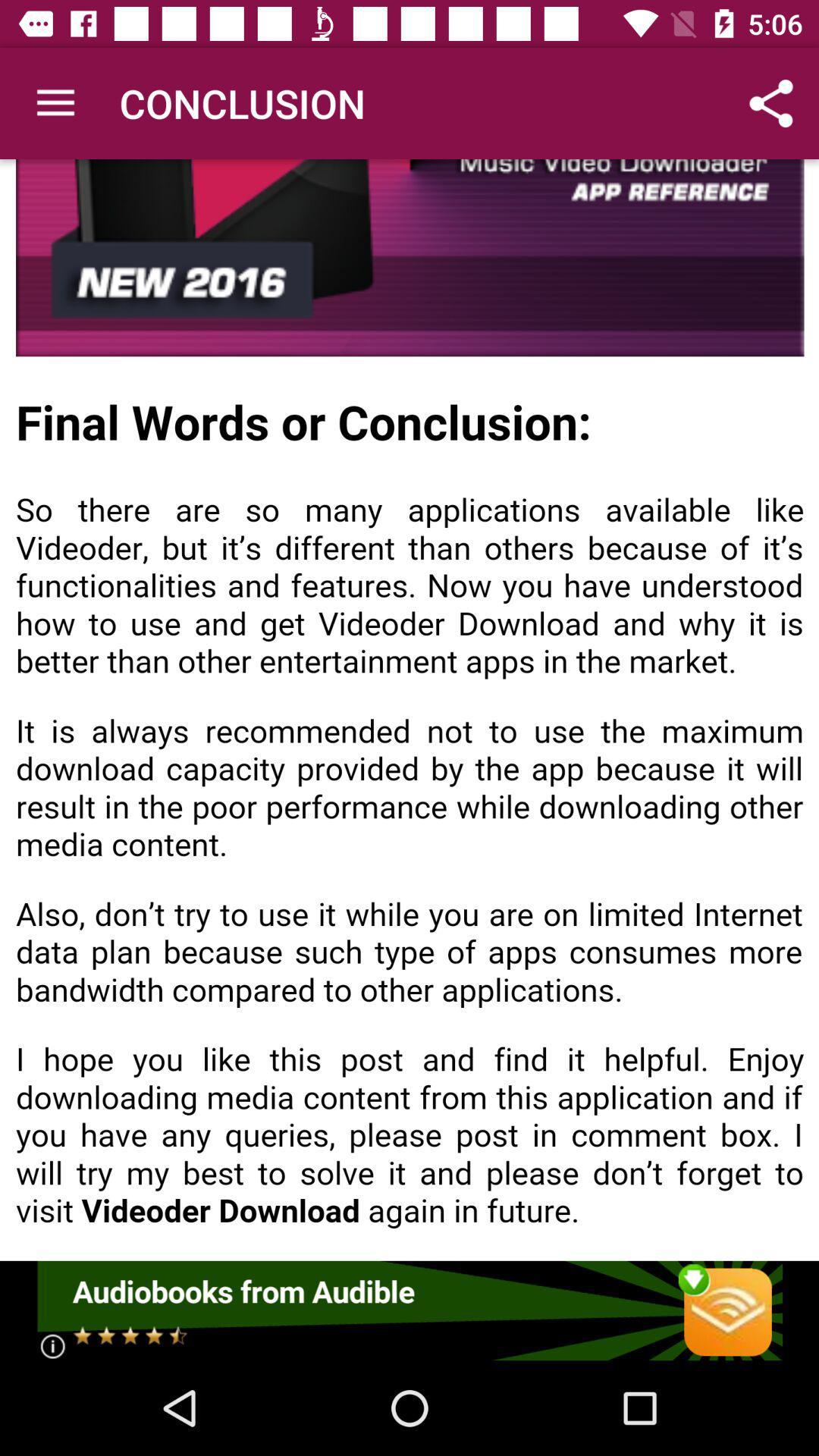  Describe the element at coordinates (408, 1310) in the screenshot. I see `advertisement in the bottom` at that location.